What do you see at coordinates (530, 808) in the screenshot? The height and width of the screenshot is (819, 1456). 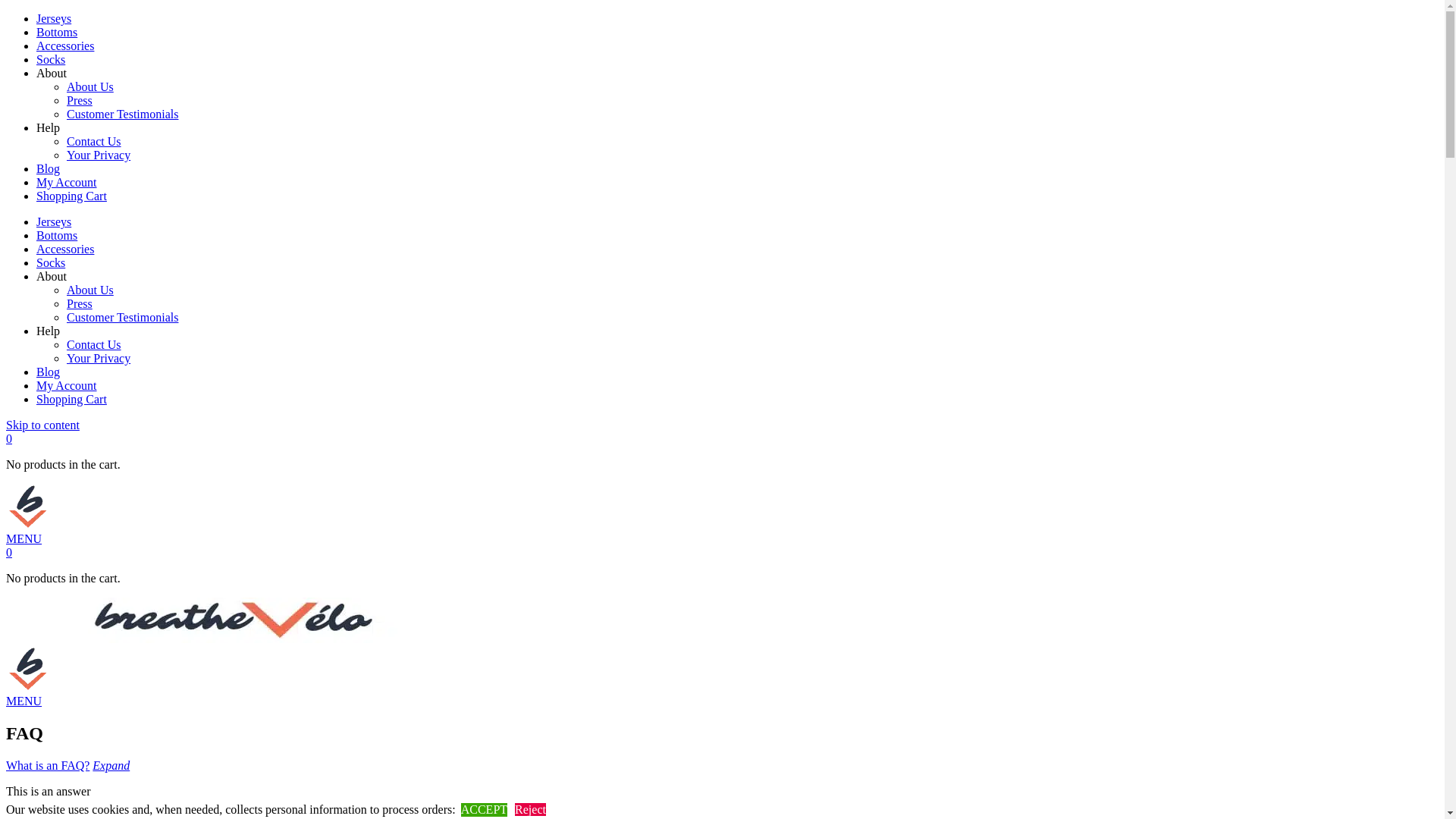 I see `'Reject'` at bounding box center [530, 808].